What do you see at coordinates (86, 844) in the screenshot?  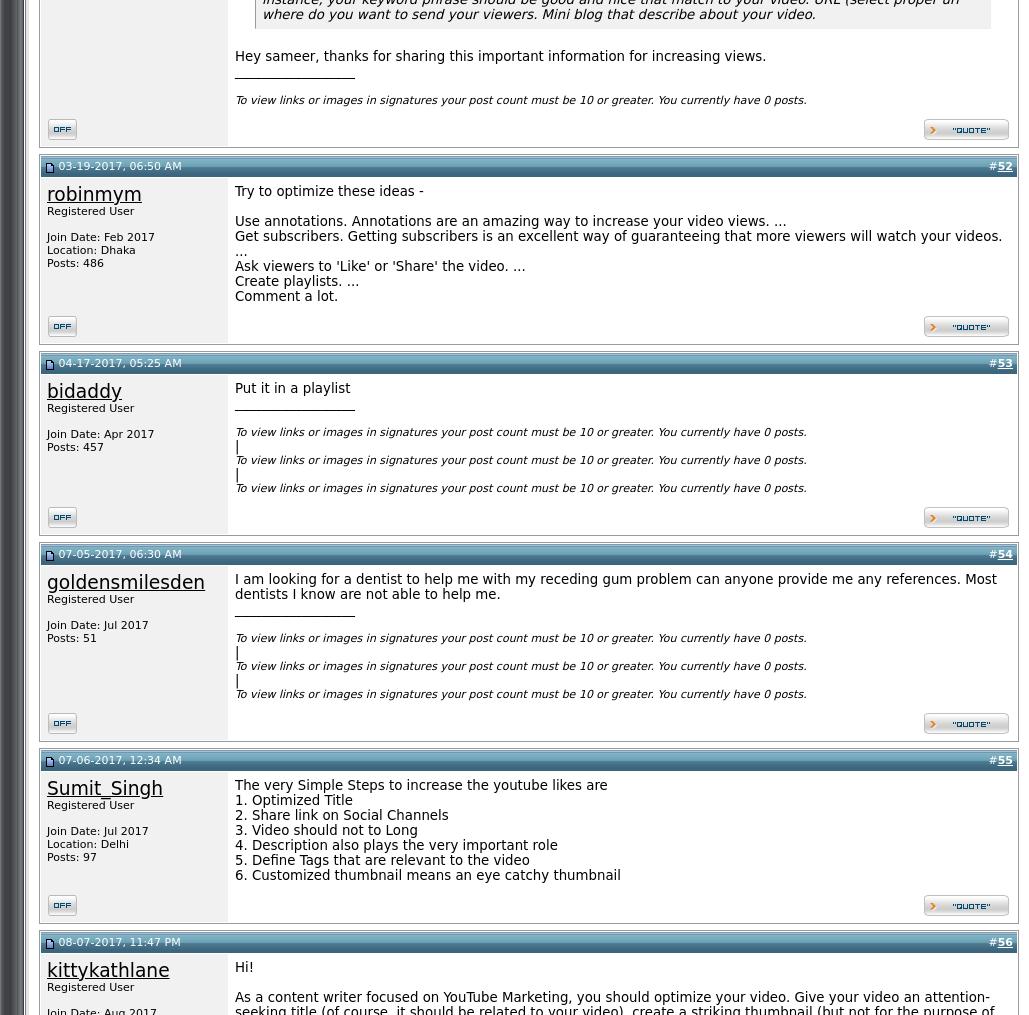 I see `'Location: Delhi'` at bounding box center [86, 844].